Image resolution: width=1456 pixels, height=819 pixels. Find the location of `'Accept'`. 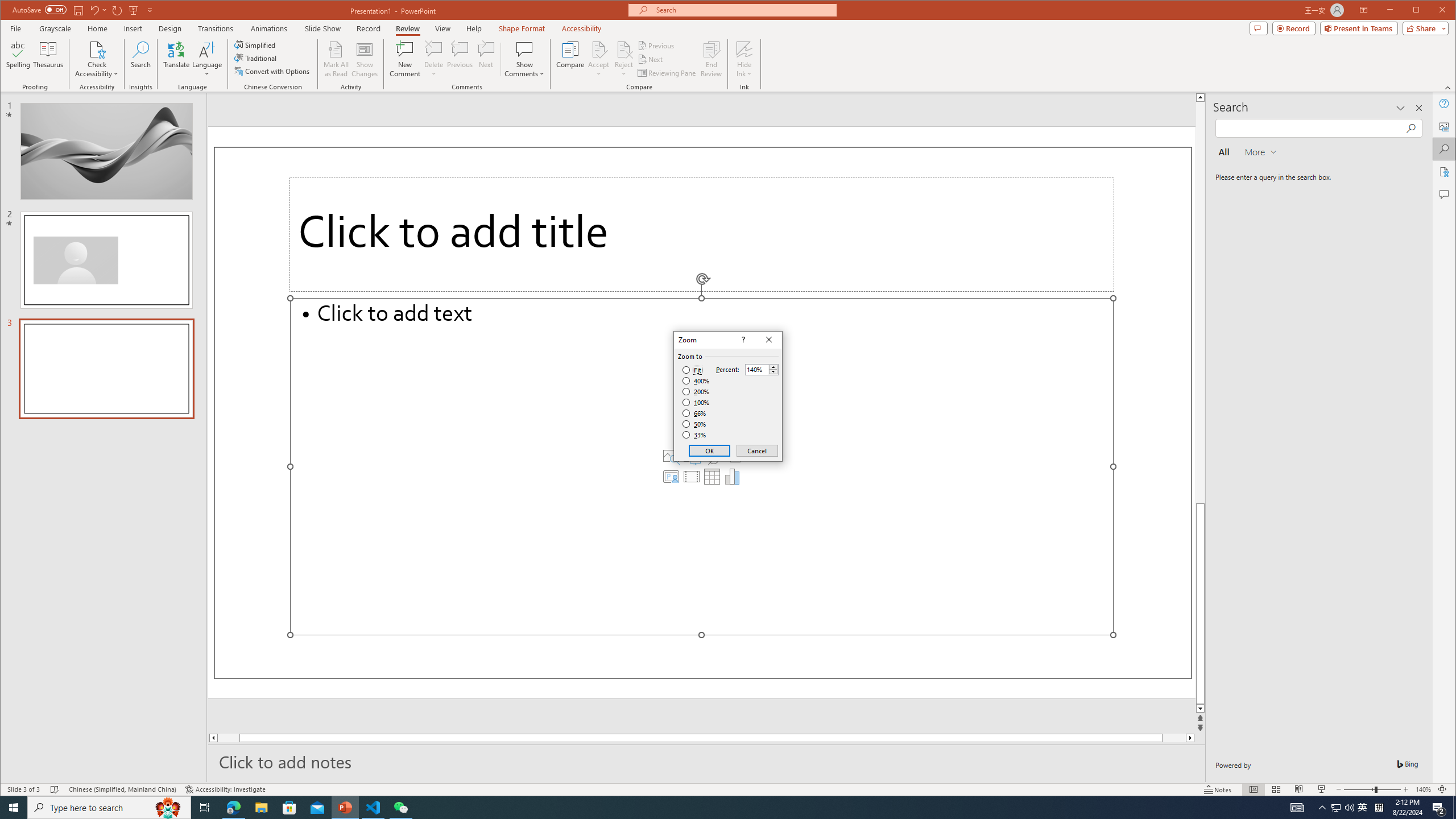

'Accept' is located at coordinates (598, 59).